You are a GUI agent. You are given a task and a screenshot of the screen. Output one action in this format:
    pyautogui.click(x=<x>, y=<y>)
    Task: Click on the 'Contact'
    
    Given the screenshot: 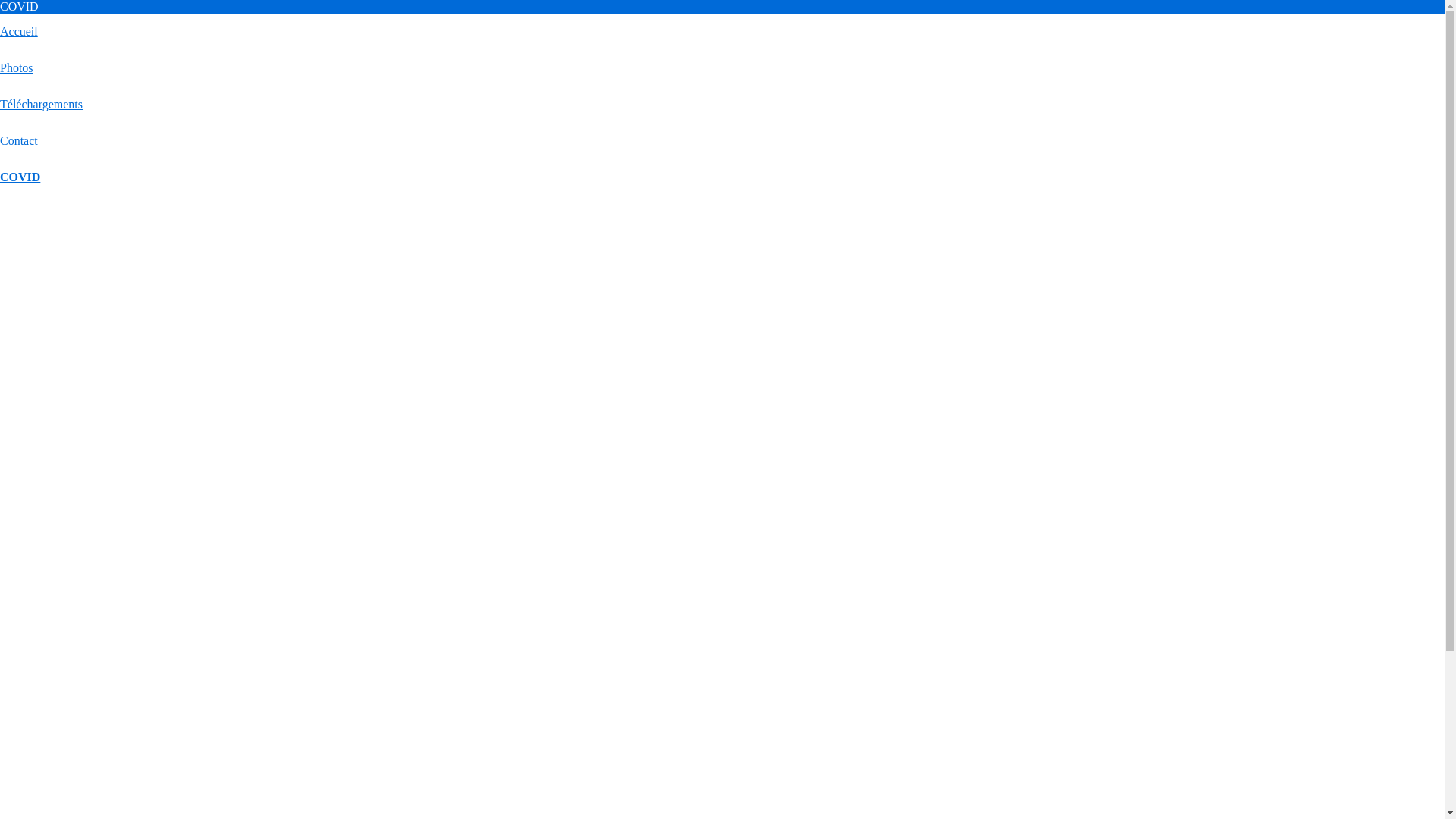 What is the action you would take?
    pyautogui.click(x=18, y=140)
    